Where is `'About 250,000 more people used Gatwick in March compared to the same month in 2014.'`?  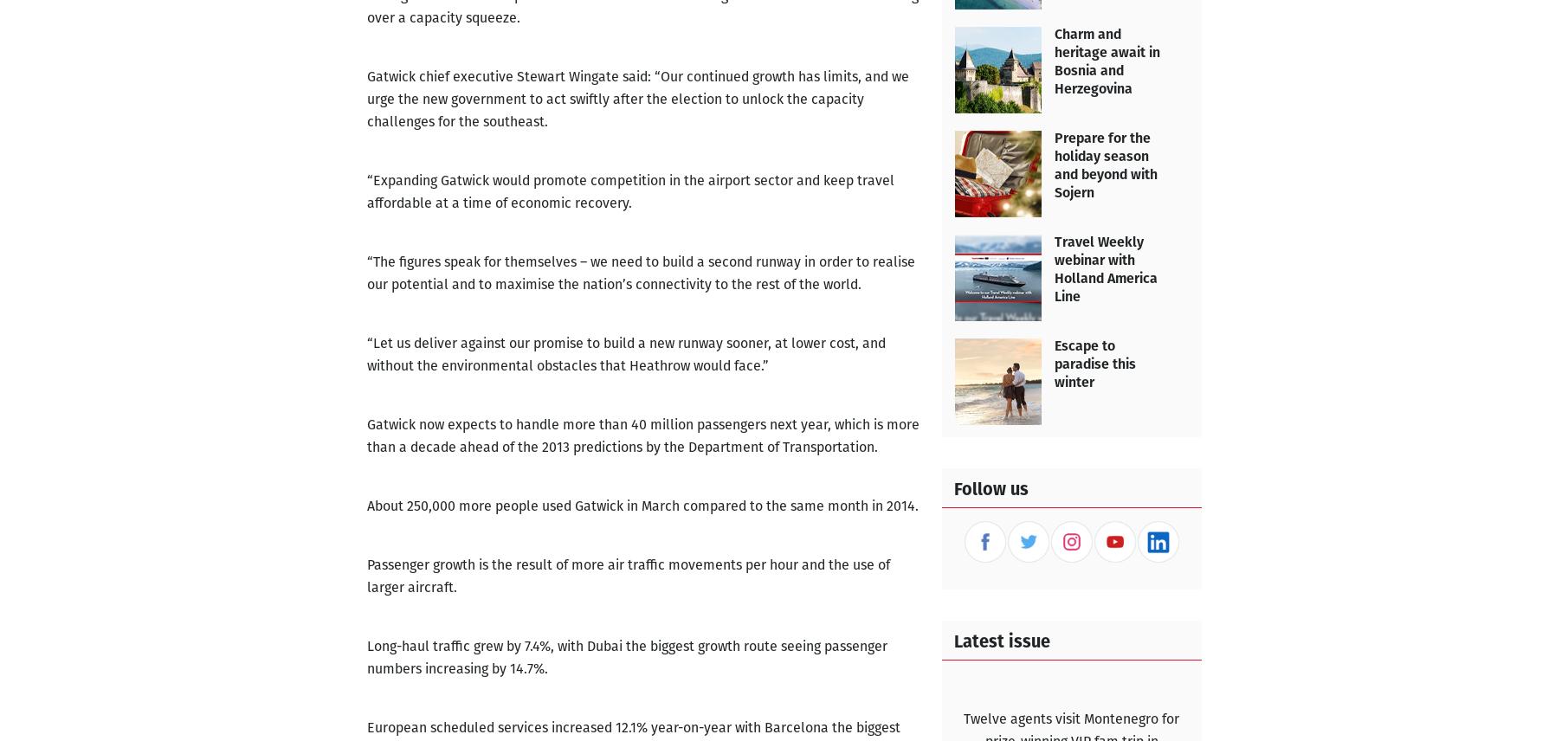 'About 250,000 more people used Gatwick in March compared to the same month in 2014.' is located at coordinates (641, 506).